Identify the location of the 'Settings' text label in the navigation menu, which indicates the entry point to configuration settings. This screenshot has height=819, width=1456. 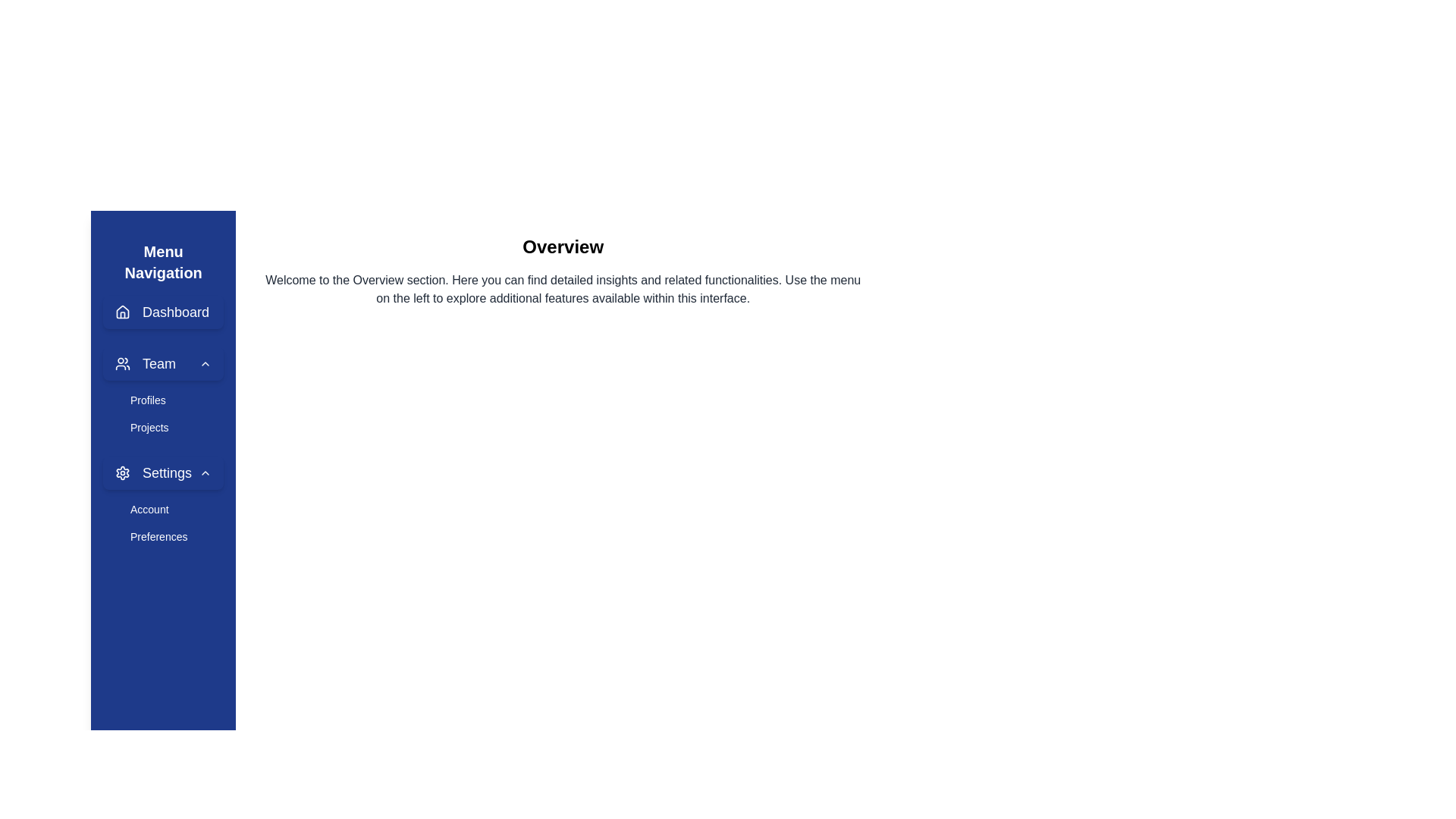
(171, 472).